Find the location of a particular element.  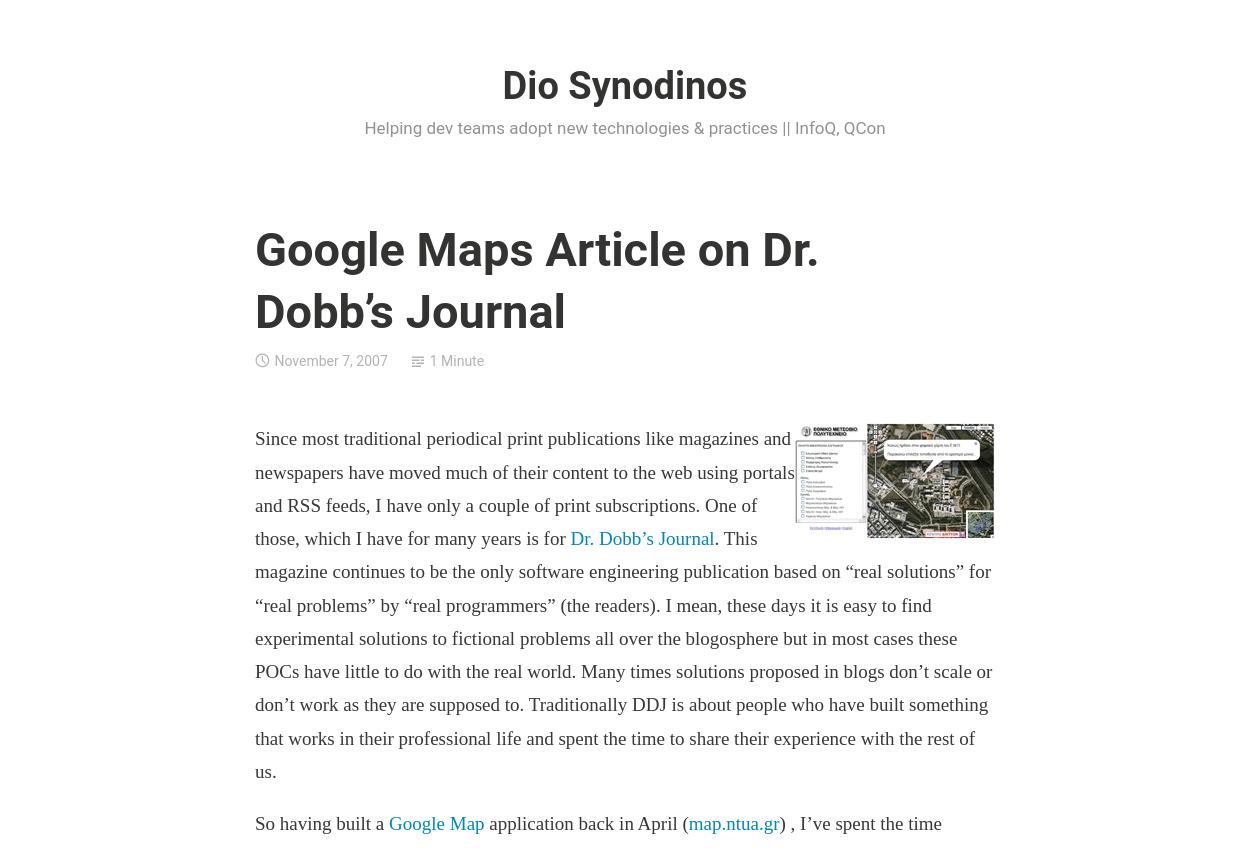

'map.ntua.gr' is located at coordinates (732, 823).